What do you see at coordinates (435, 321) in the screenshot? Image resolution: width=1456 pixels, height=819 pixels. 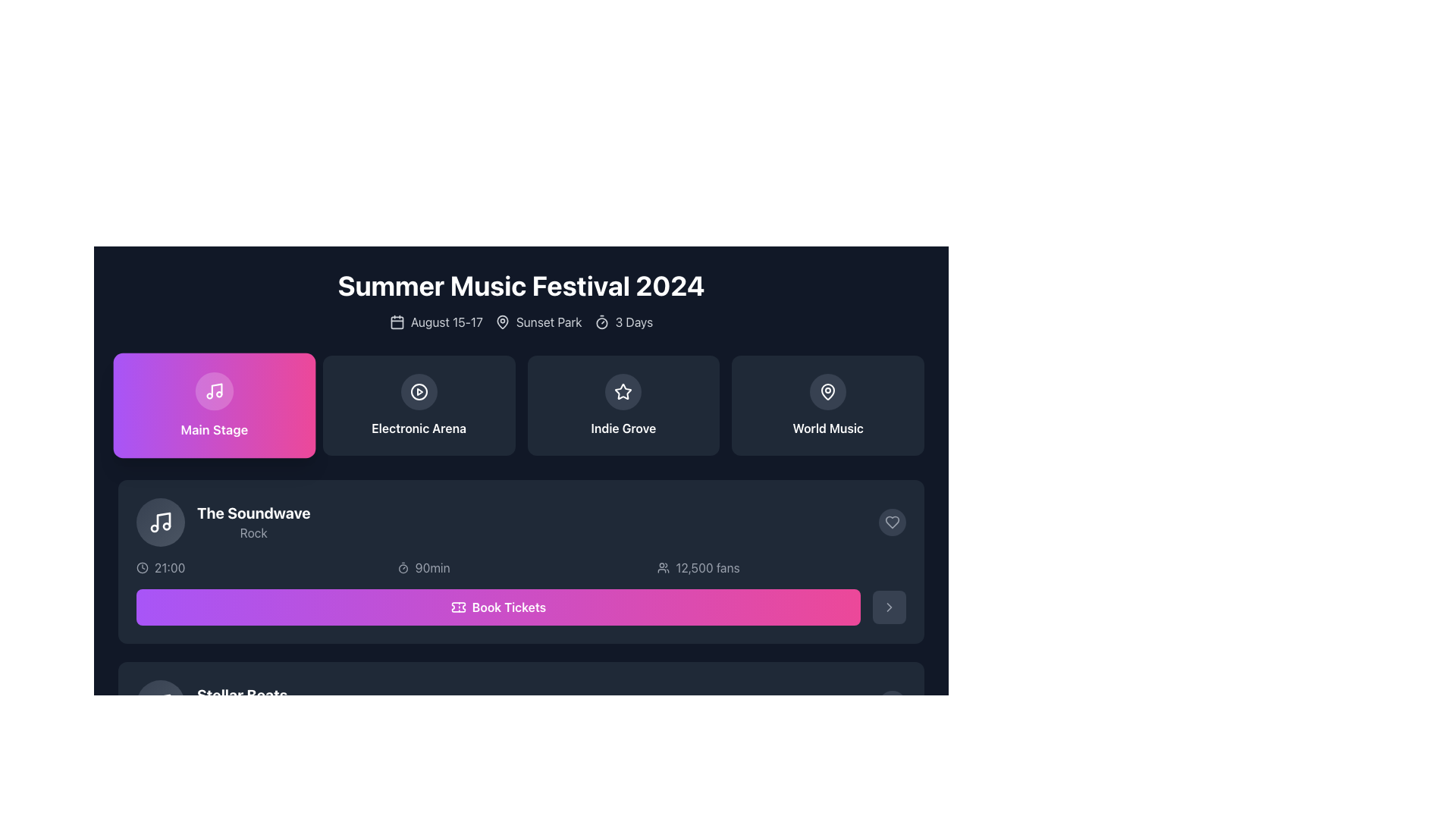 I see `the calendar icon and text element displaying 'August 15-17'` at bounding box center [435, 321].